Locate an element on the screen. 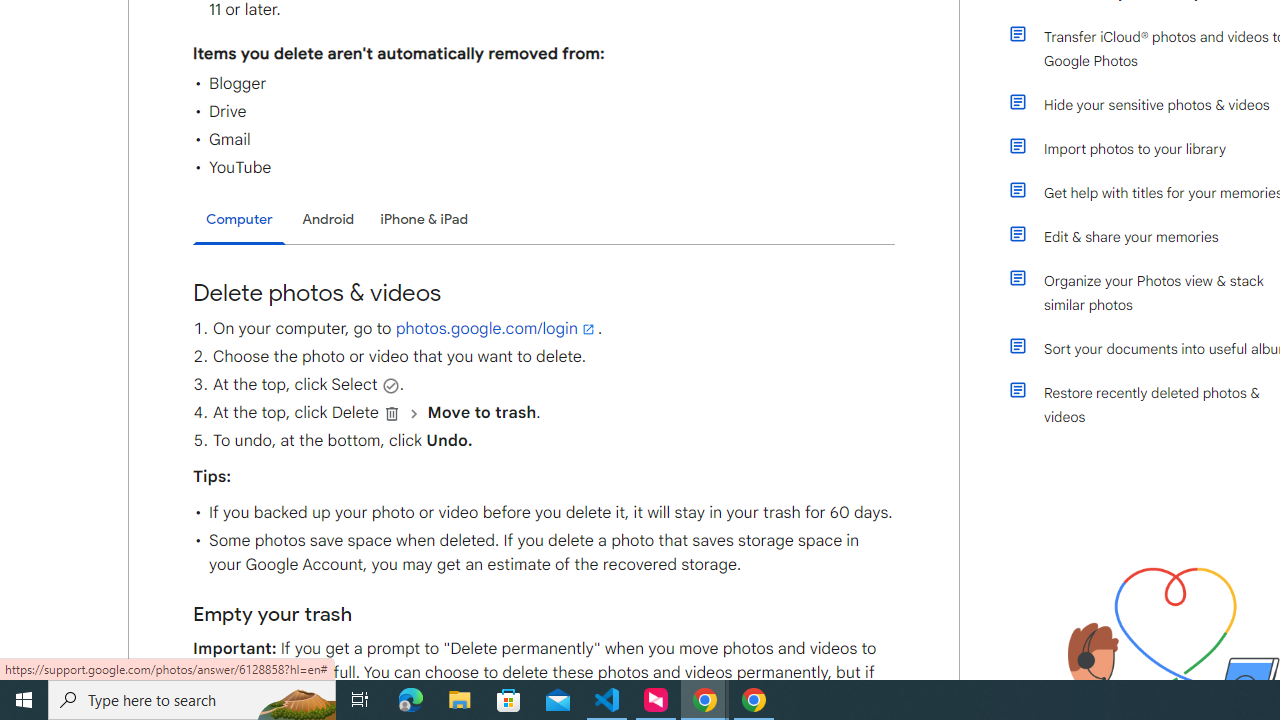  'Select' is located at coordinates (390, 385).